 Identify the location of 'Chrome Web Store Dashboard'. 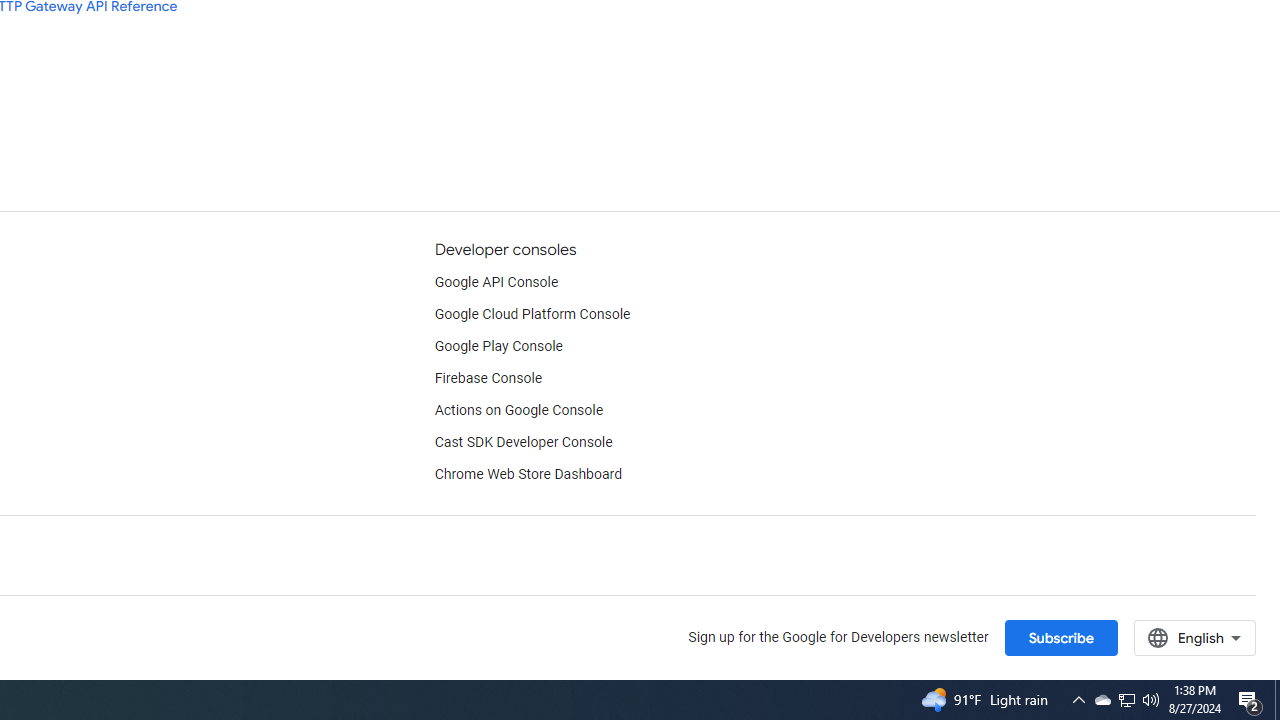
(528, 475).